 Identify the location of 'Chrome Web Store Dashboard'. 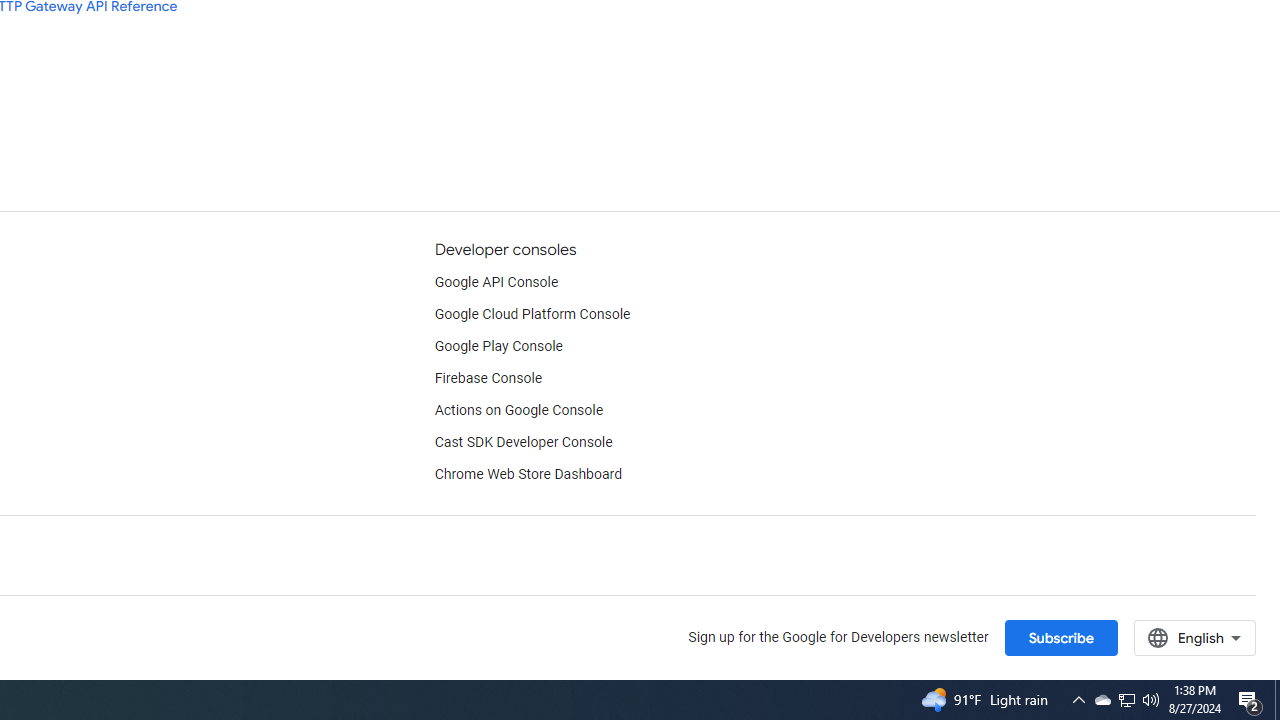
(528, 475).